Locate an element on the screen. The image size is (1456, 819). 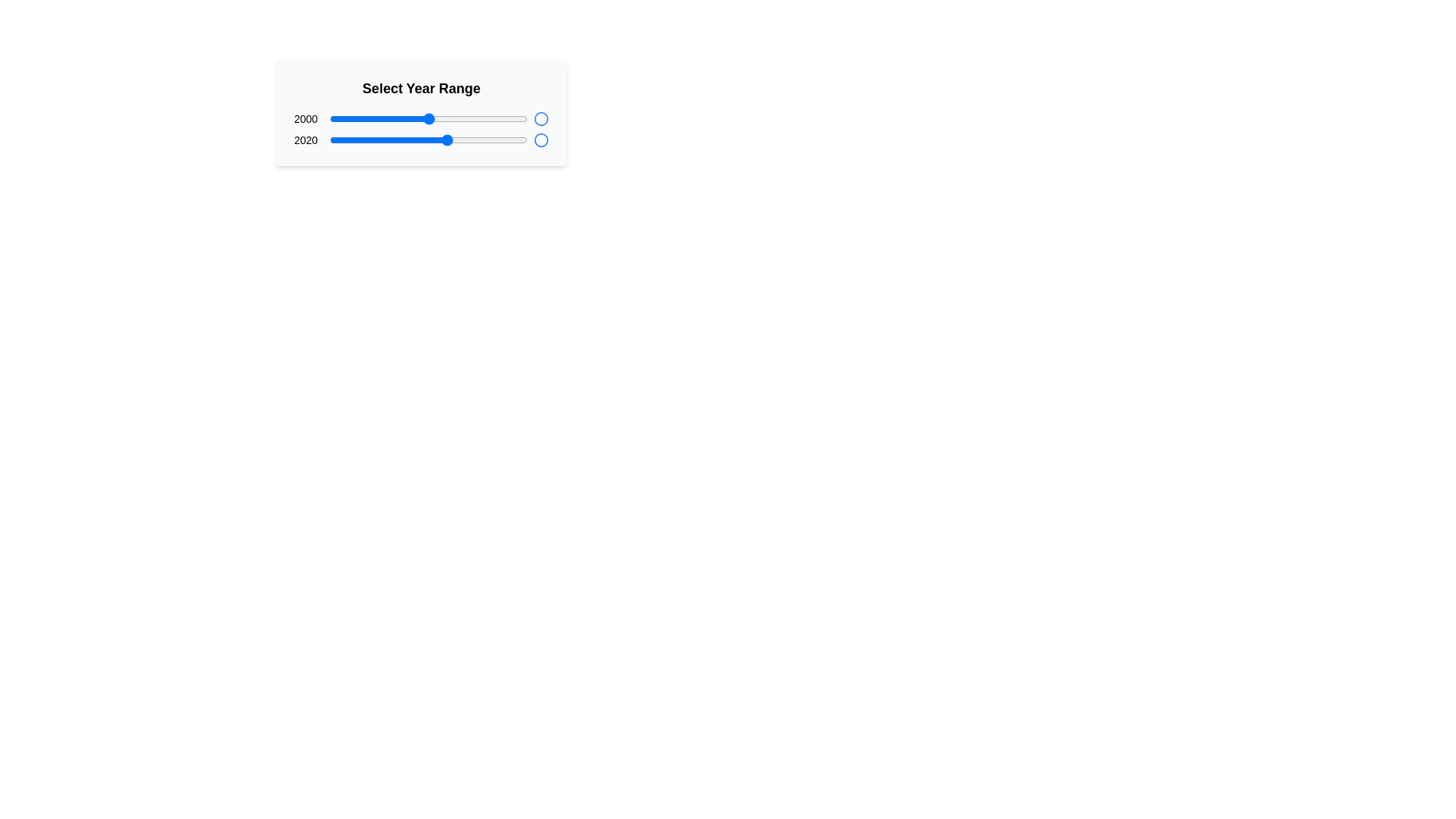
the year slider is located at coordinates (356, 140).